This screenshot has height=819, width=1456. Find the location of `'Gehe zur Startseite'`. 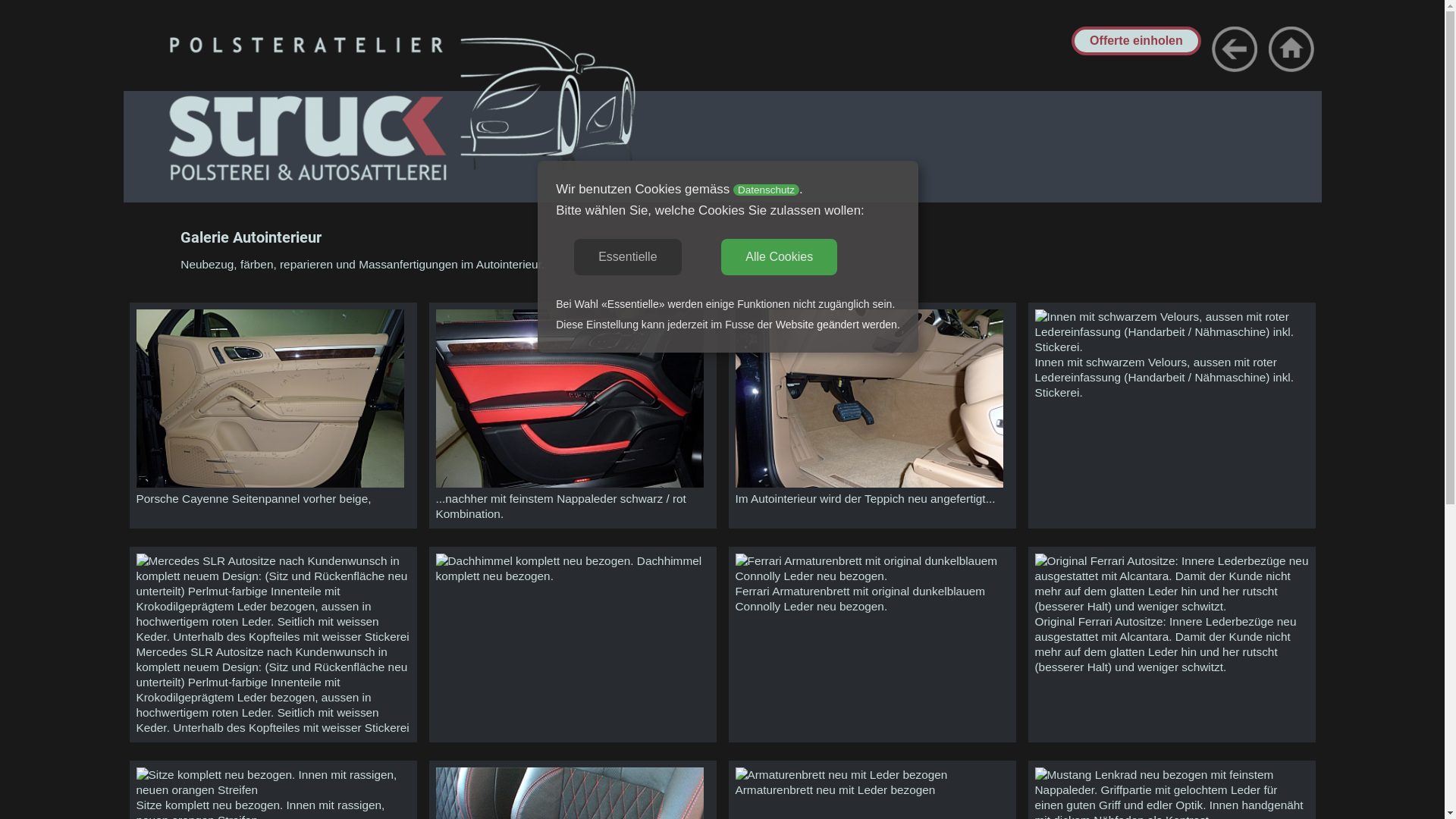

'Gehe zur Startseite' is located at coordinates (1290, 49).